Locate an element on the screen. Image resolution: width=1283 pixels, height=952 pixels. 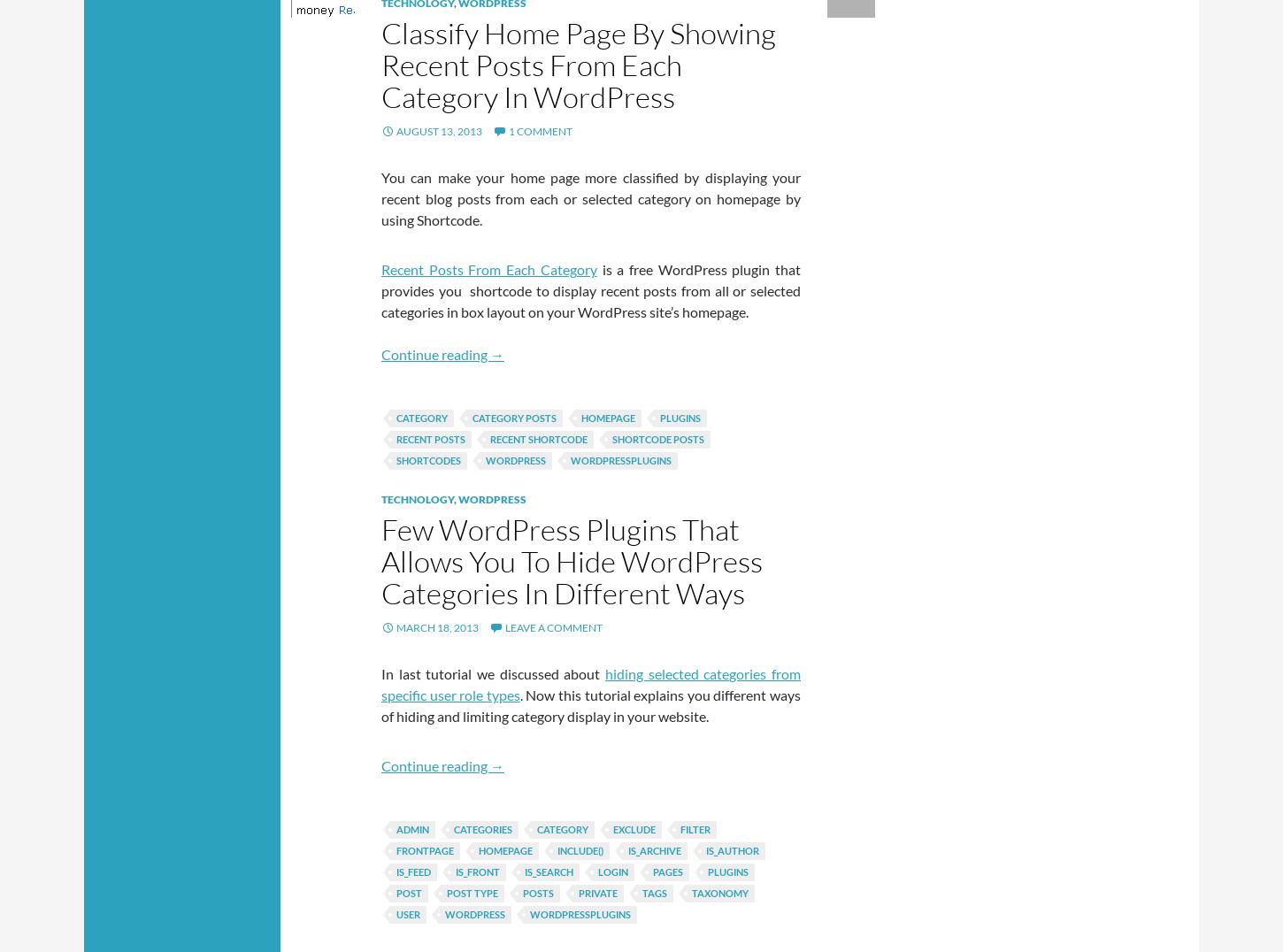
'admin' is located at coordinates (396, 828).